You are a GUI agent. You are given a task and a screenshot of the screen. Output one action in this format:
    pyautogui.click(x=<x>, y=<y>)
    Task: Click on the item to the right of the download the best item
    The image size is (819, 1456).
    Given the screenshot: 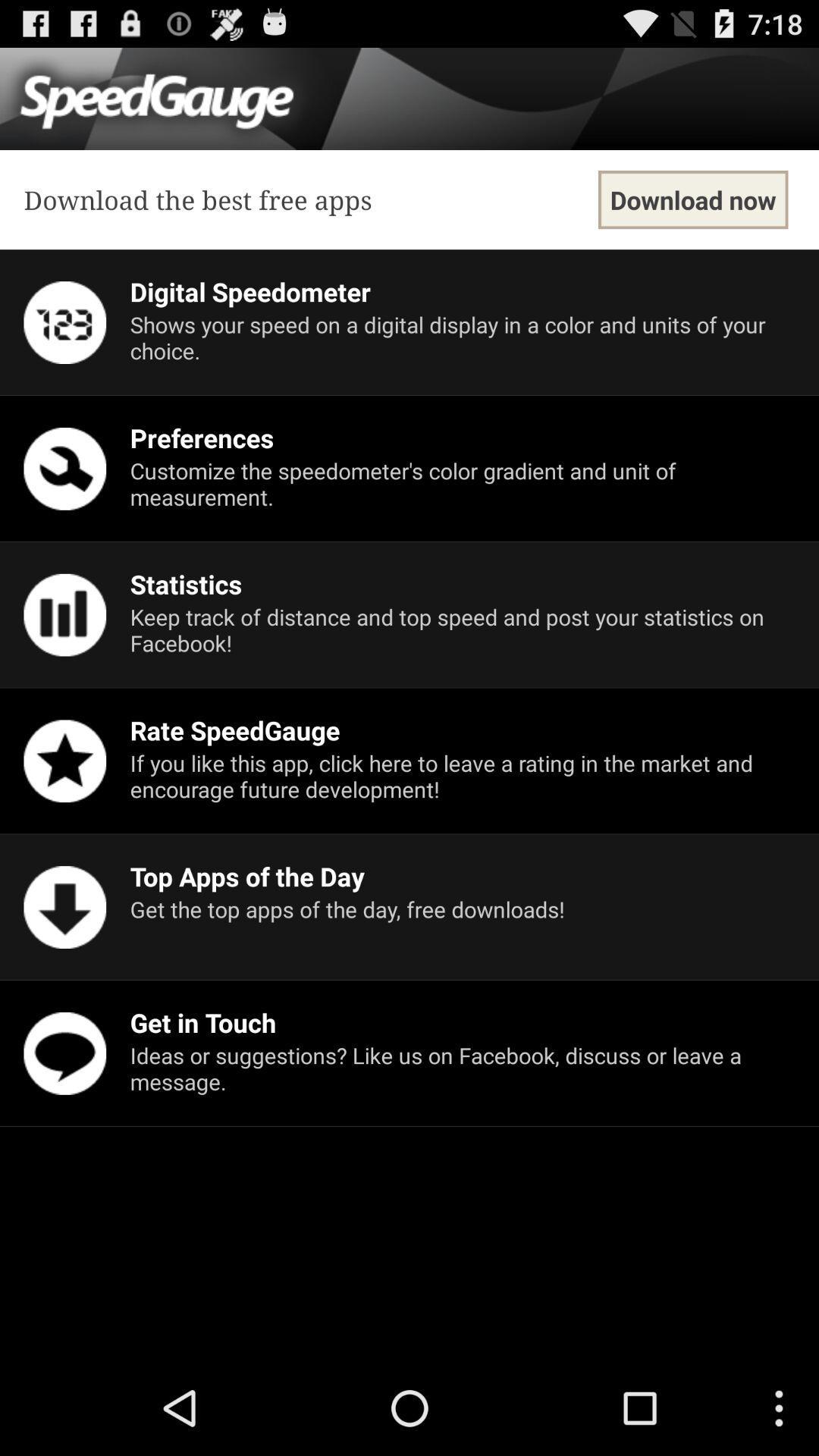 What is the action you would take?
    pyautogui.click(x=693, y=199)
    